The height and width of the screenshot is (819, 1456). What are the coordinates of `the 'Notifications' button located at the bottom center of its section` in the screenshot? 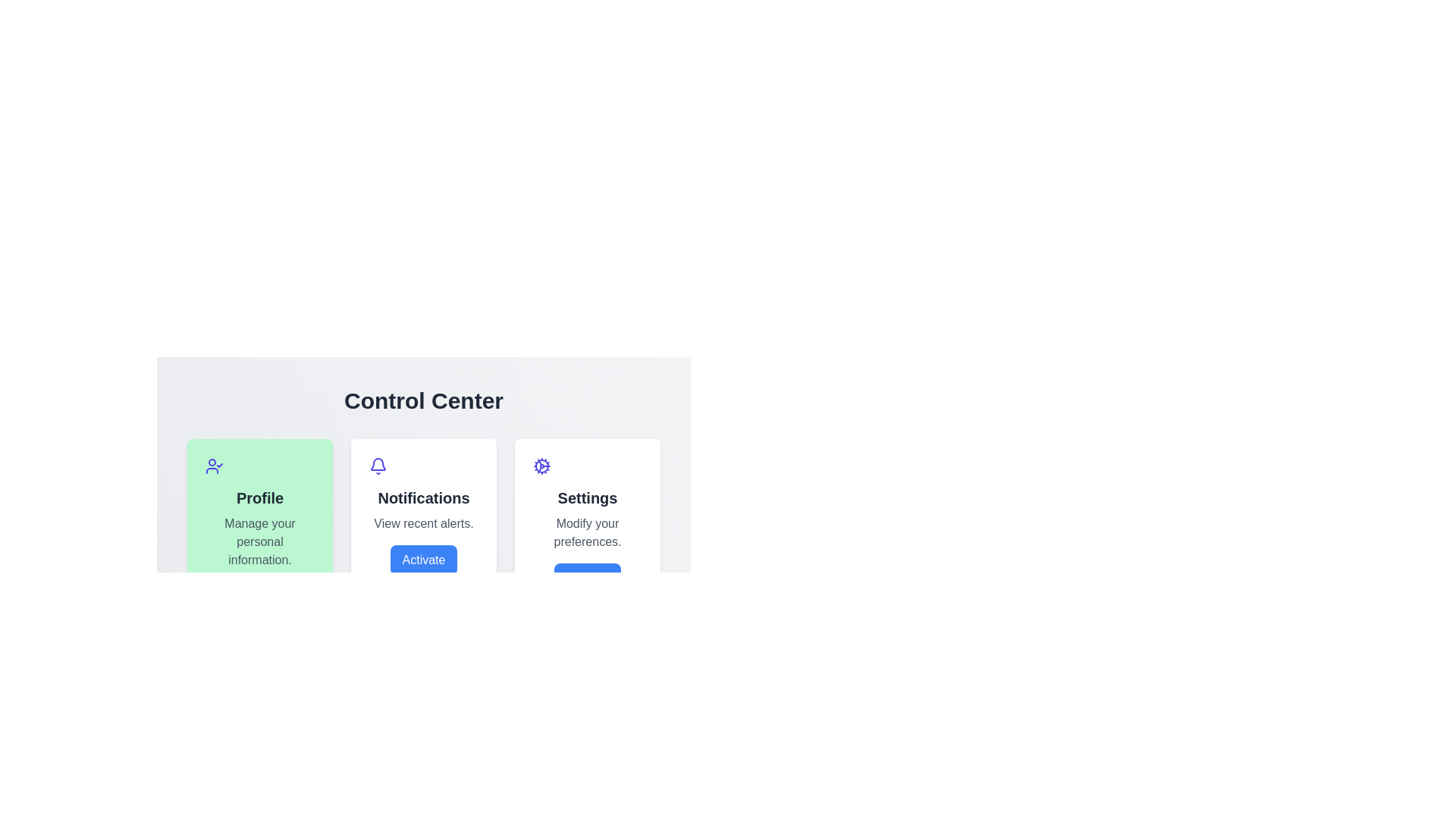 It's located at (423, 560).